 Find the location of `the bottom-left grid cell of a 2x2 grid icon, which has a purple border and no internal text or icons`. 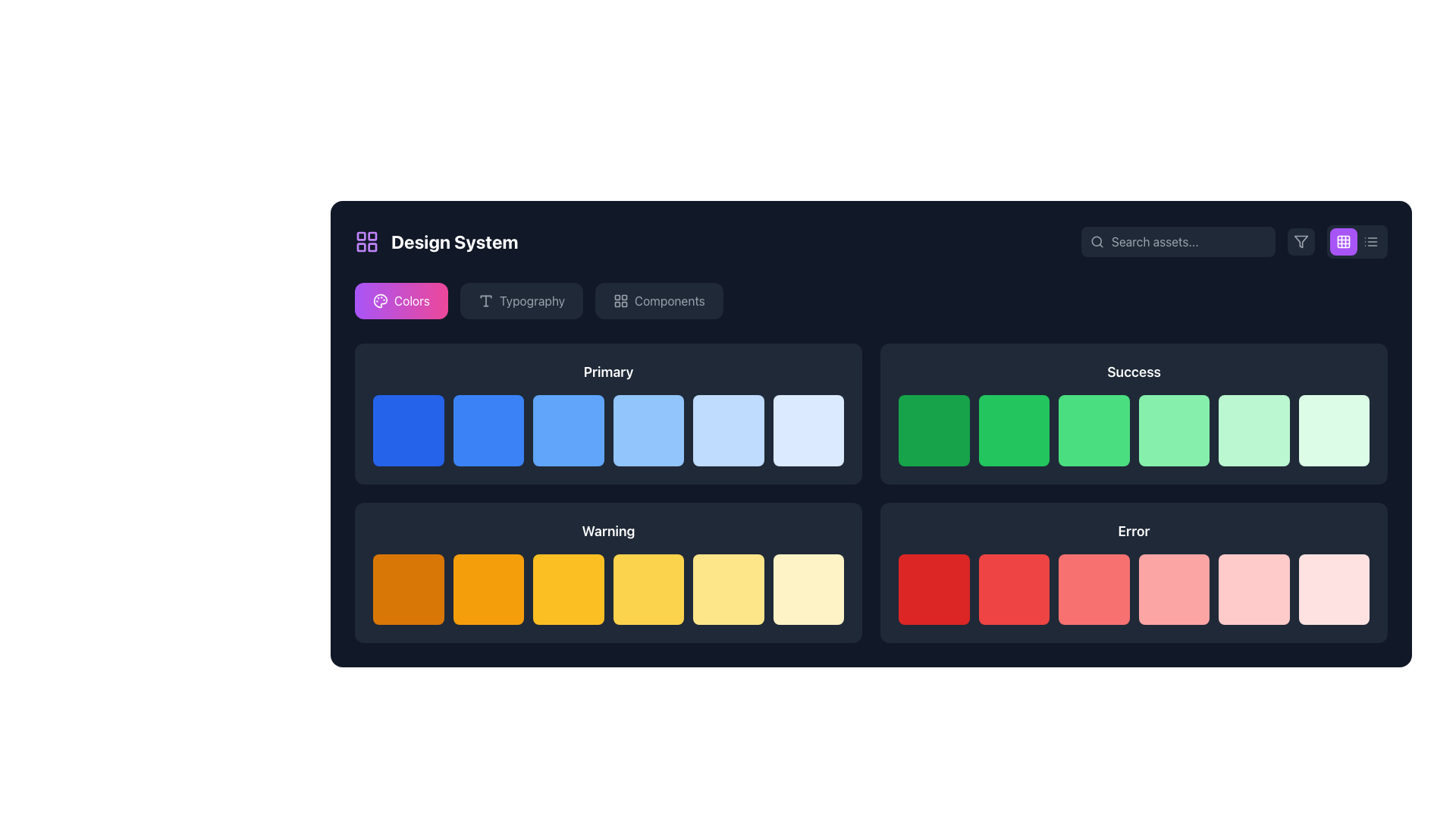

the bottom-left grid cell of a 2x2 grid icon, which has a purple border and no internal text or icons is located at coordinates (360, 246).